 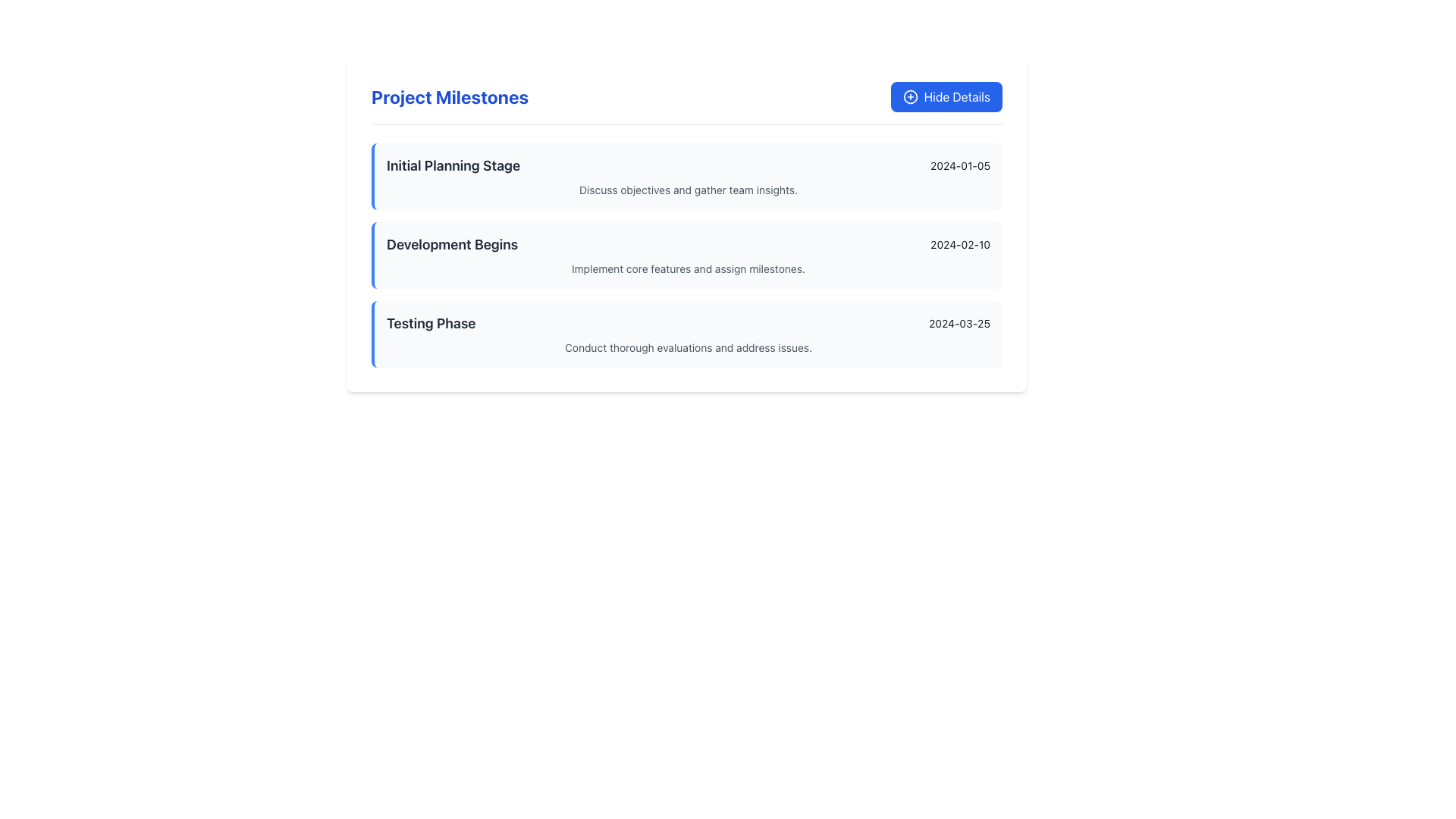 What do you see at coordinates (910, 96) in the screenshot?
I see `the circular graphic inside the '+' icon of the 'Hide Details' button, located at the top right corner of the 'Project Milestones' section` at bounding box center [910, 96].